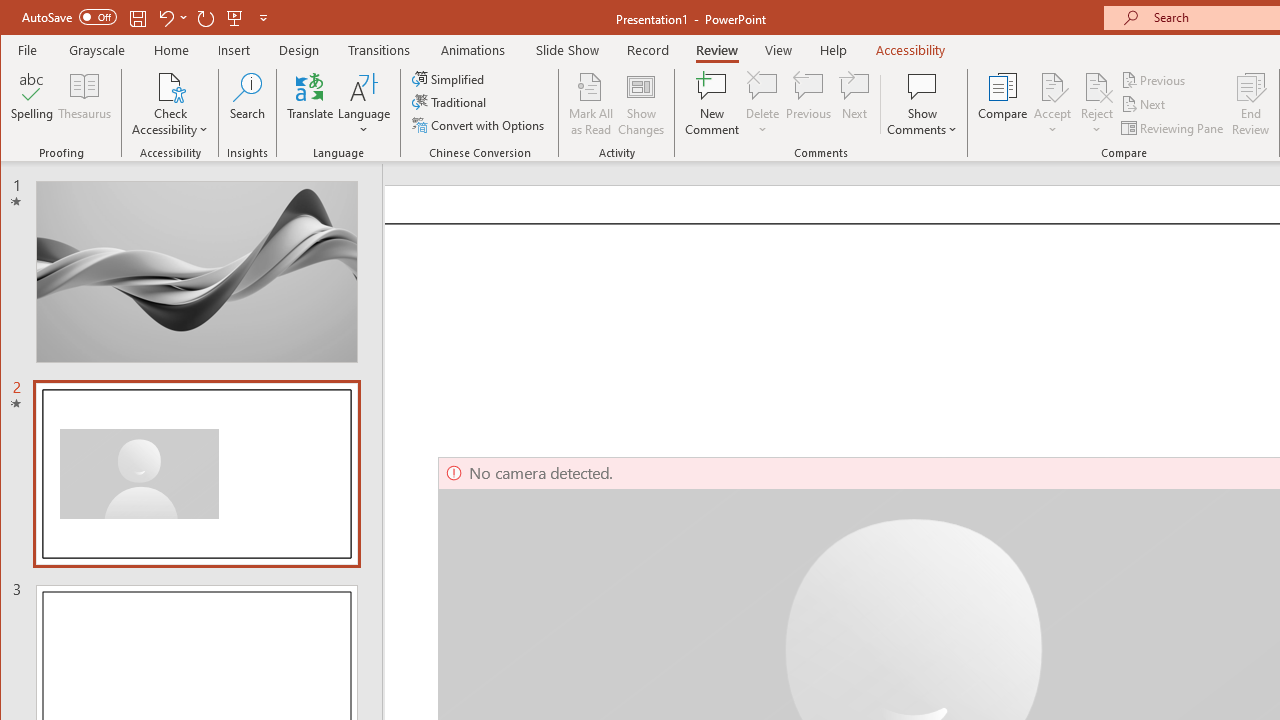  What do you see at coordinates (1144, 104) in the screenshot?
I see `'Next'` at bounding box center [1144, 104].